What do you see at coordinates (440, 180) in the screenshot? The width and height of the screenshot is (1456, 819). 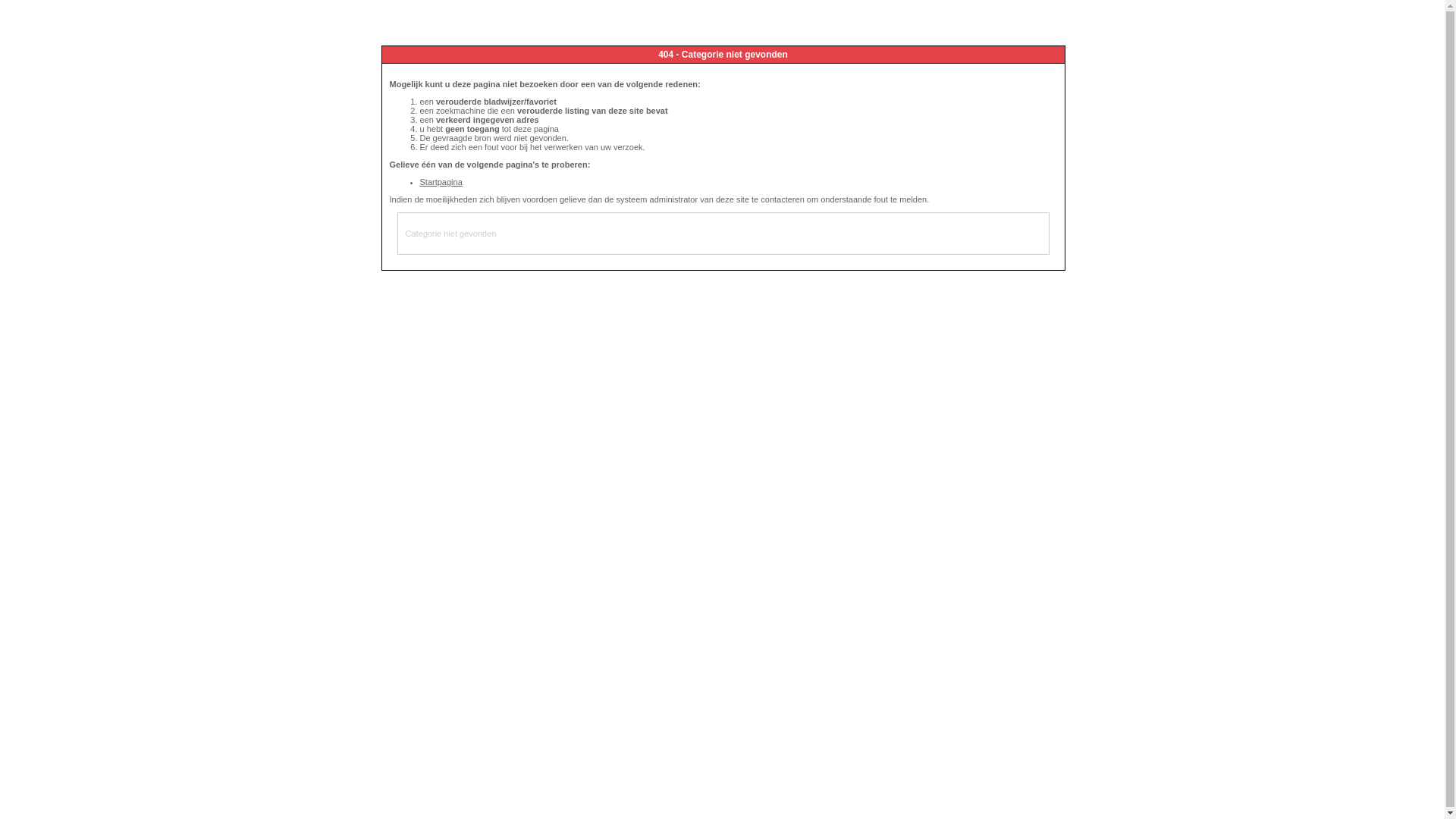 I see `'Startpagina'` at bounding box center [440, 180].